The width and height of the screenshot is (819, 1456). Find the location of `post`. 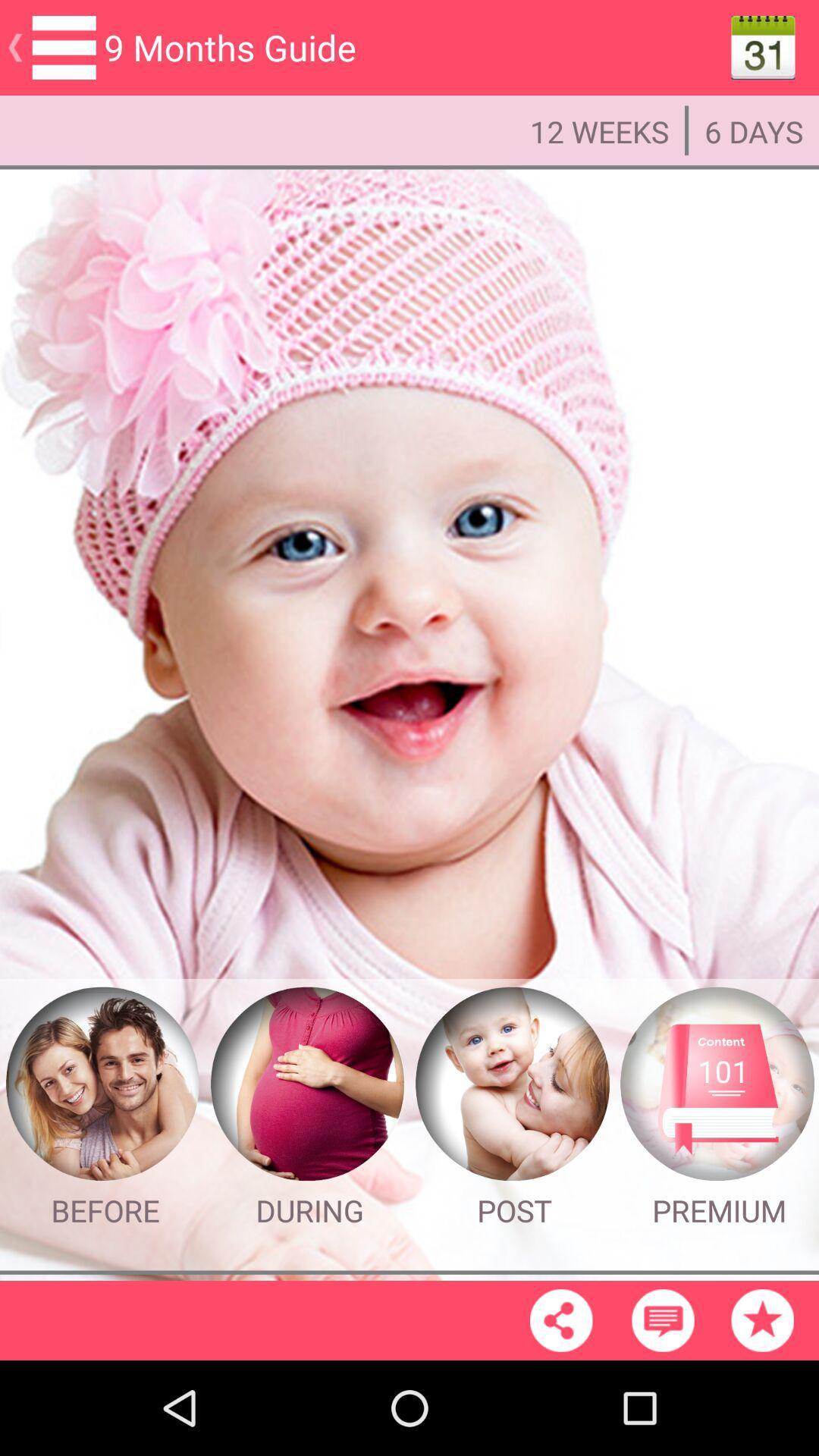

post is located at coordinates (512, 1084).